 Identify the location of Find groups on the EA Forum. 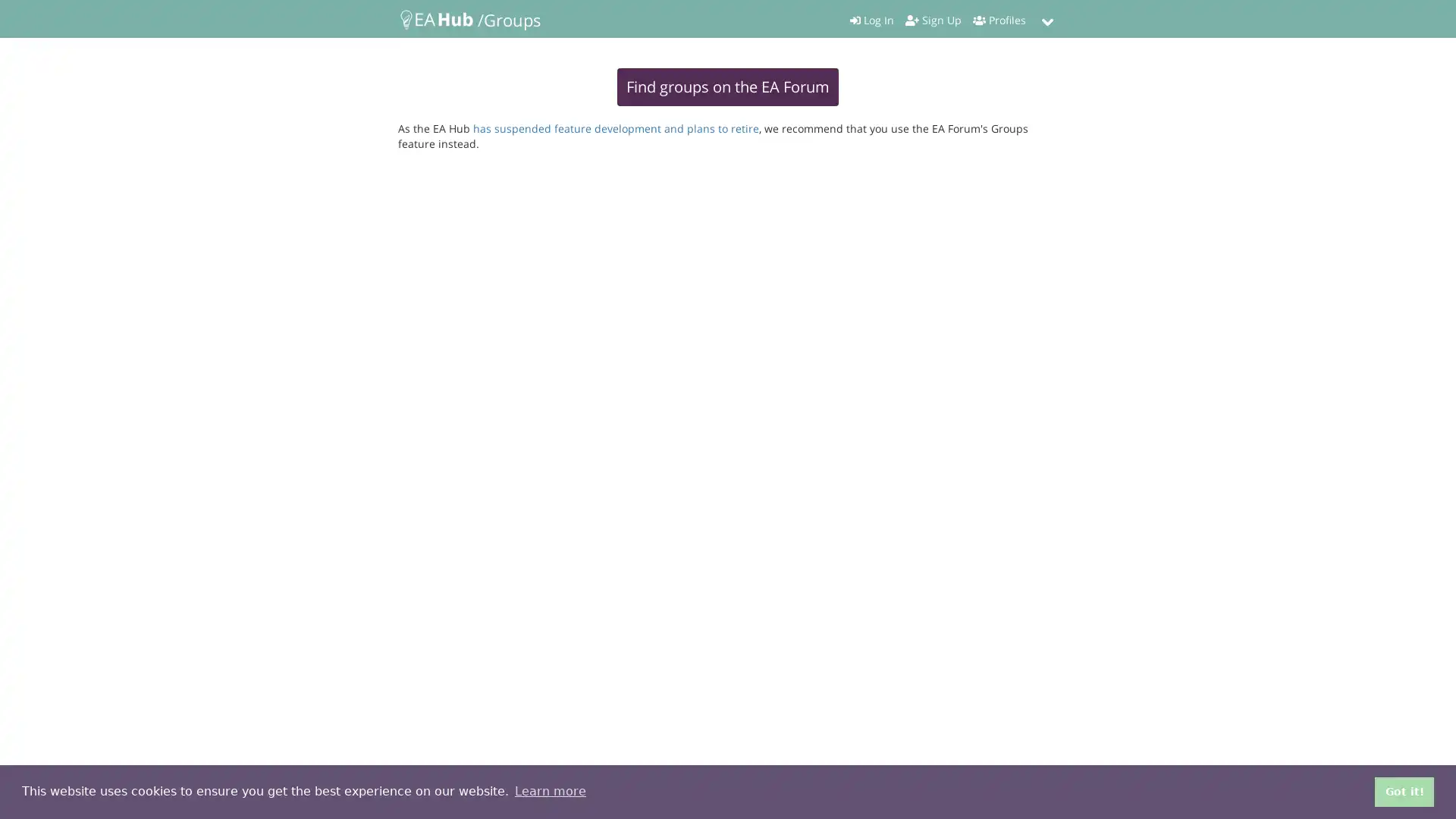
(728, 87).